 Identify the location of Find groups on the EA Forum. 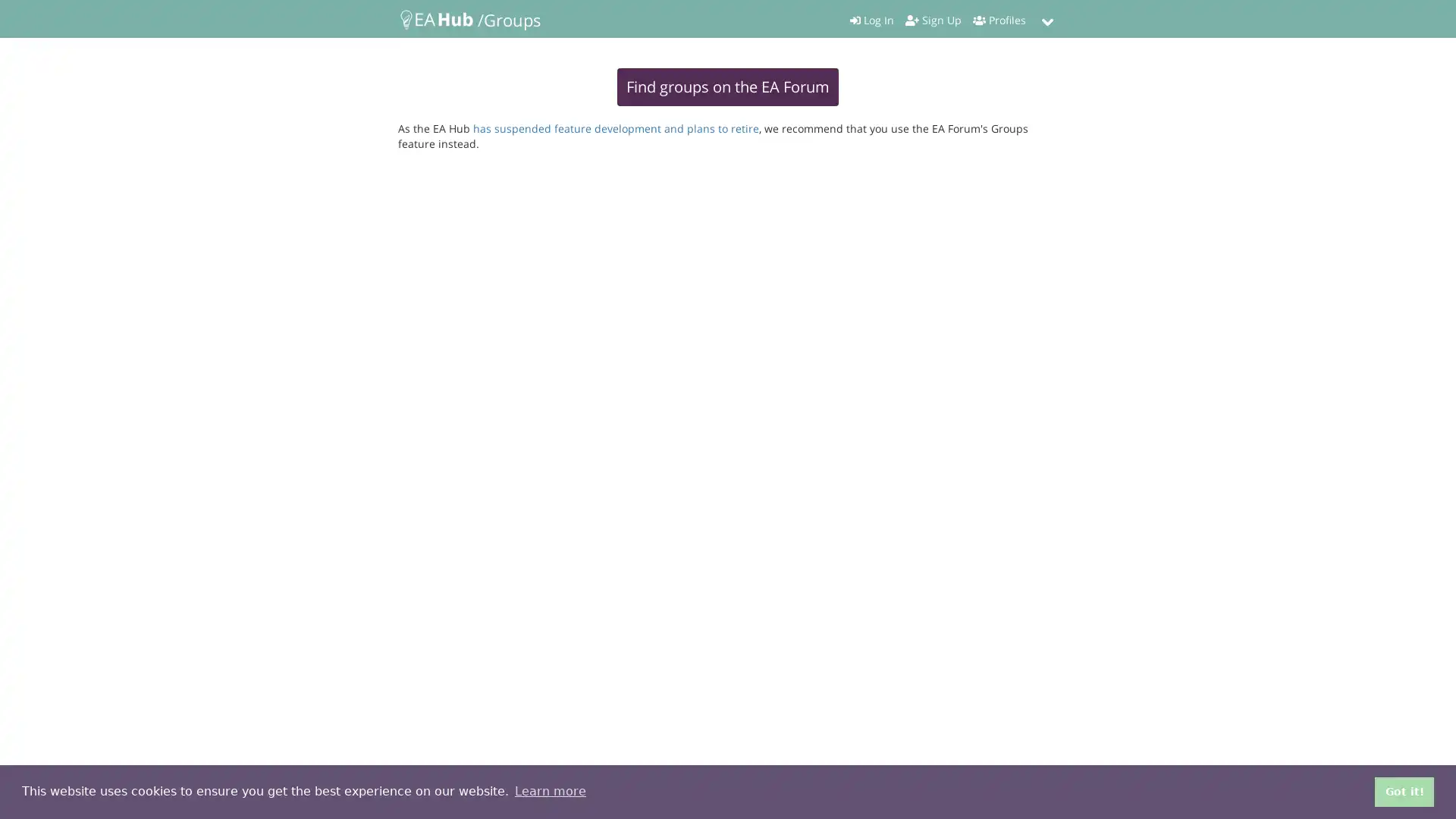
(728, 87).